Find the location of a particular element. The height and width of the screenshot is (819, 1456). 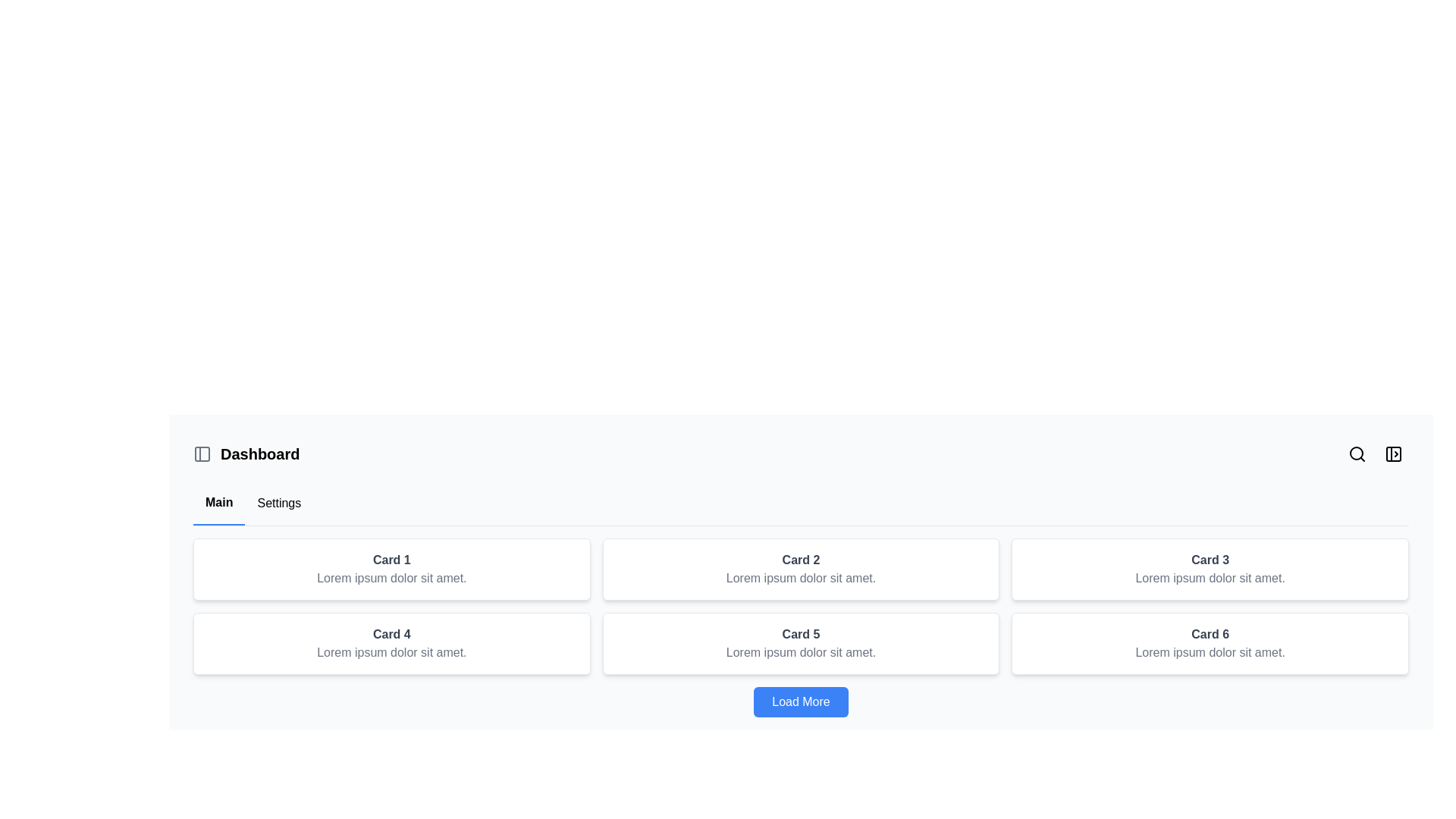

text 'Card 3' from the title/header of the third card in the top-right quadrant of the user interface is located at coordinates (1210, 560).